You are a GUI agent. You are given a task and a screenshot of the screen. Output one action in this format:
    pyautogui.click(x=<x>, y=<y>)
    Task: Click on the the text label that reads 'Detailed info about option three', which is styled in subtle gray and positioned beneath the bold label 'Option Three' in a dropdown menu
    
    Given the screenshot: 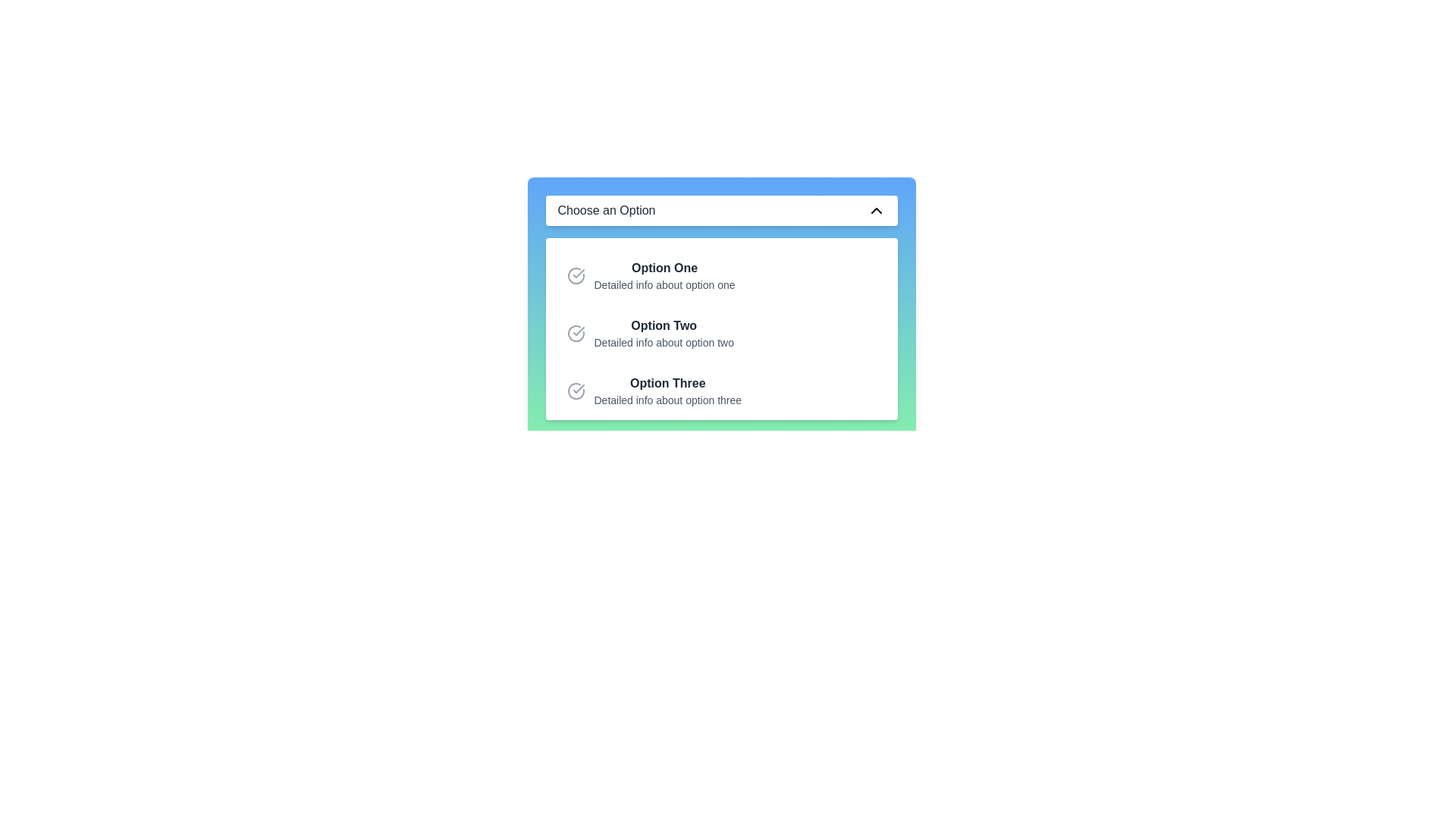 What is the action you would take?
    pyautogui.click(x=667, y=400)
    